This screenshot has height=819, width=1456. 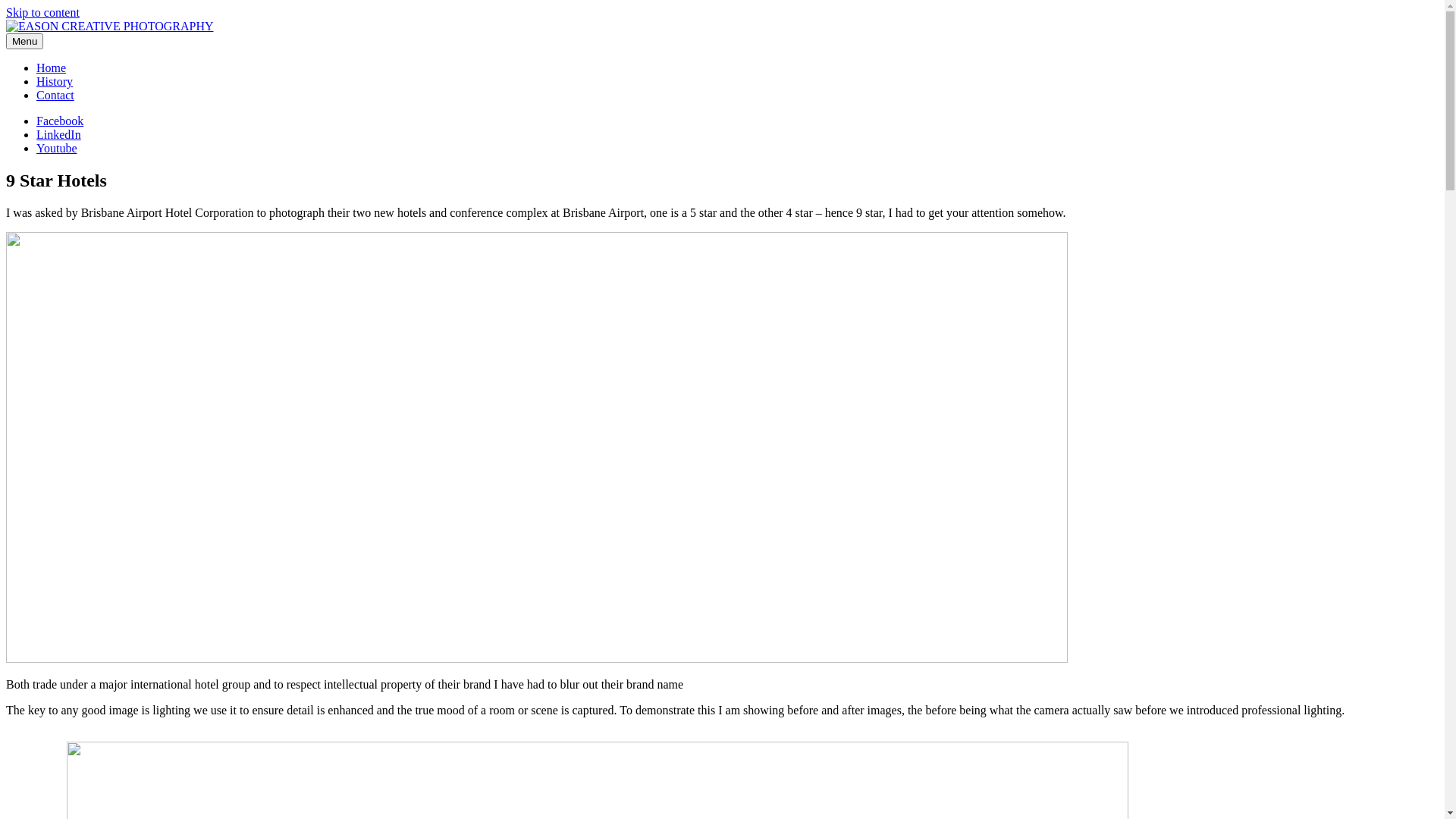 I want to click on 'Menu', so click(x=24, y=40).